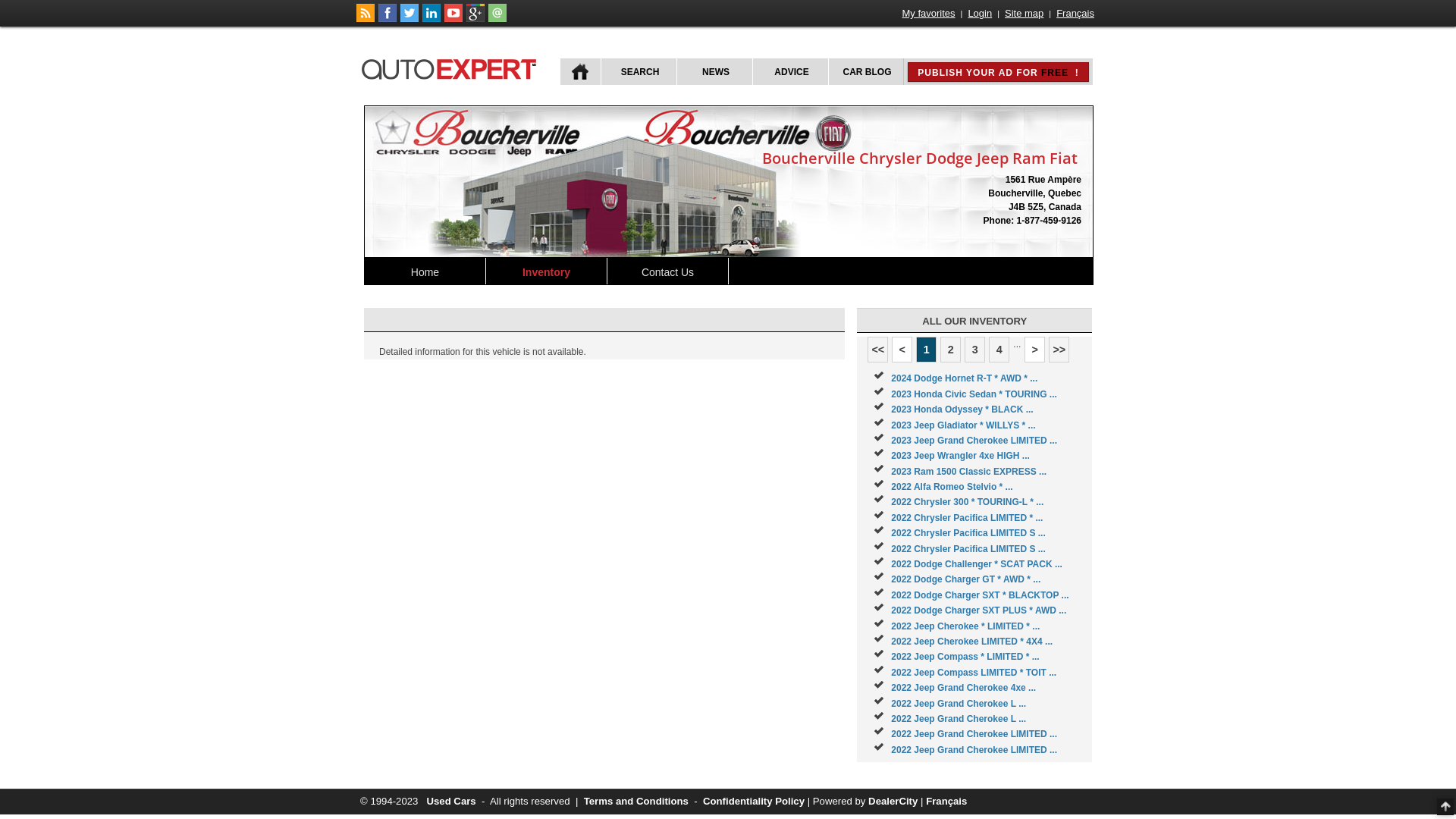  I want to click on 'CAR BLOG', so click(827, 71).